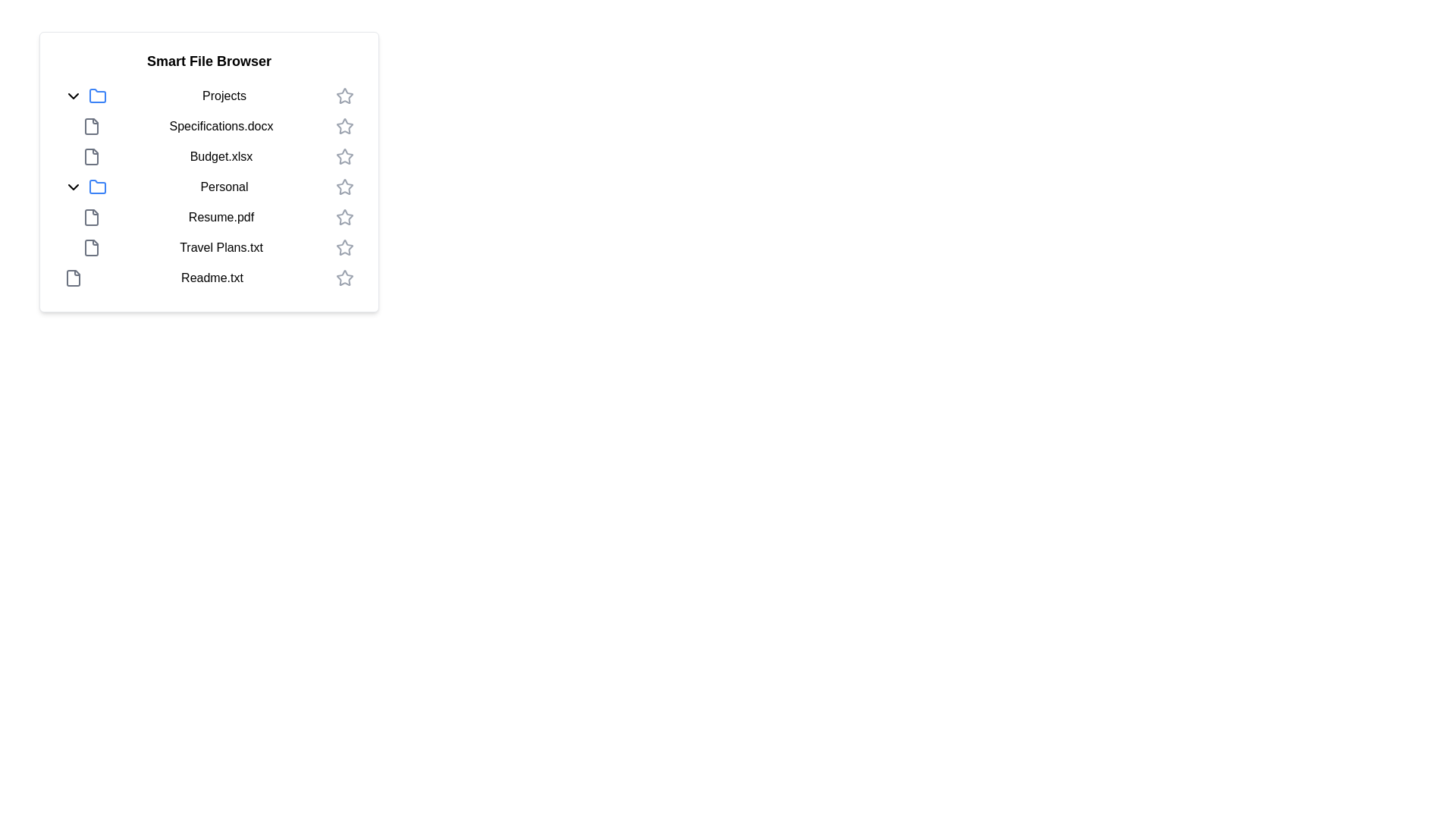 The height and width of the screenshot is (819, 1456). Describe the element at coordinates (218, 157) in the screenshot. I see `on the file entry named 'Budget.xlsx', which is the second item listed under the 'Projects' folder in the file browser interface` at that location.